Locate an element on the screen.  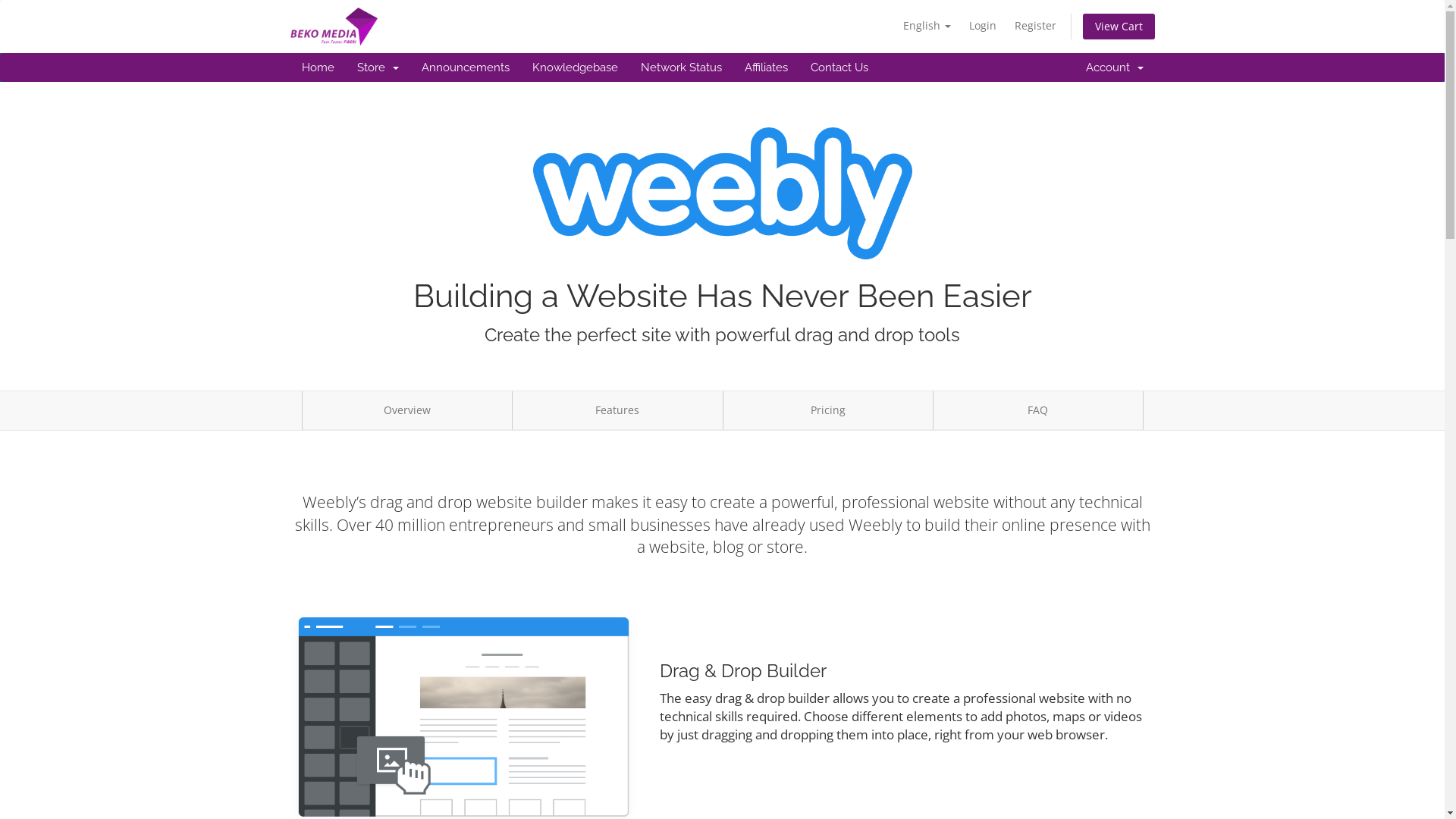
'Contact Us' is located at coordinates (799, 66).